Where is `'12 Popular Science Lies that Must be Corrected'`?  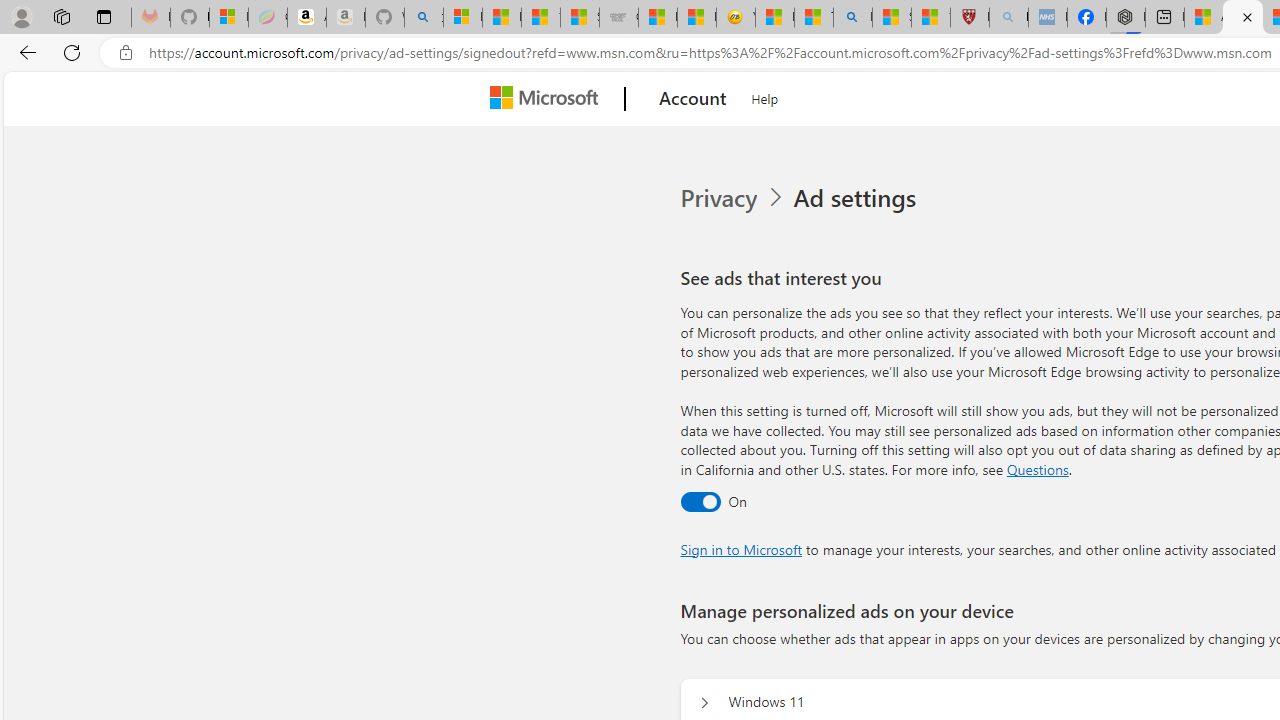 '12 Popular Science Lies that Must be Corrected' is located at coordinates (929, 17).